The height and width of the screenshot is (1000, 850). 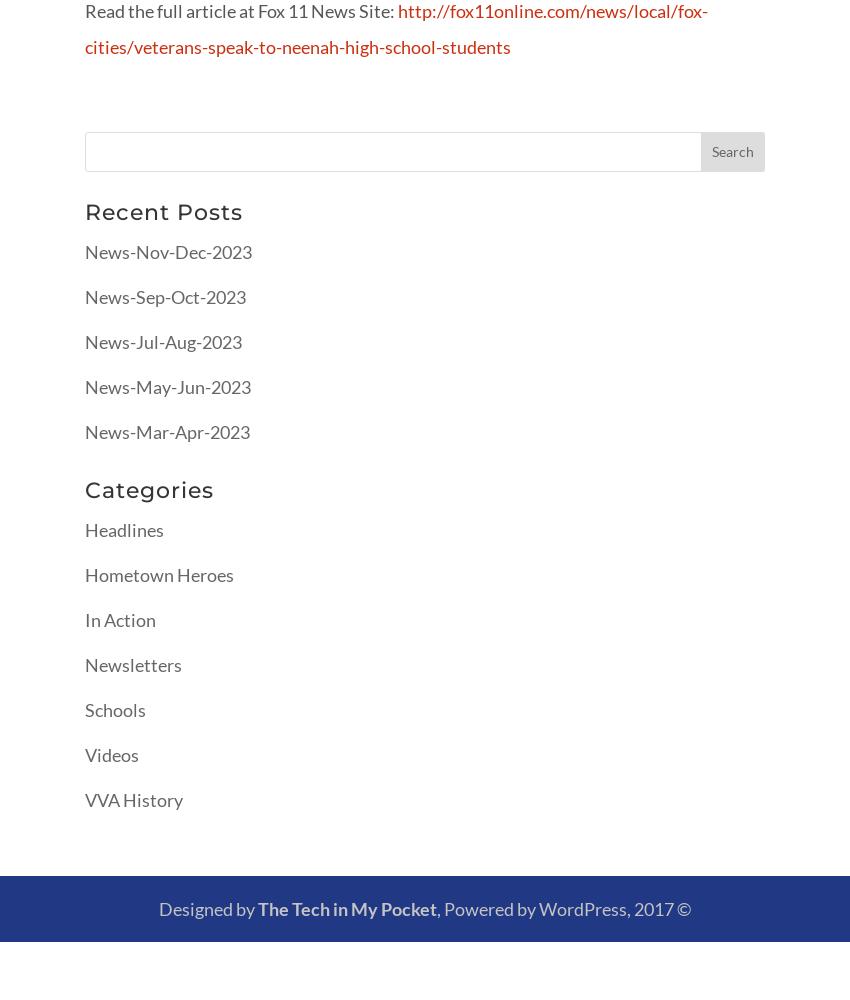 I want to click on 'Videos', so click(x=111, y=754).